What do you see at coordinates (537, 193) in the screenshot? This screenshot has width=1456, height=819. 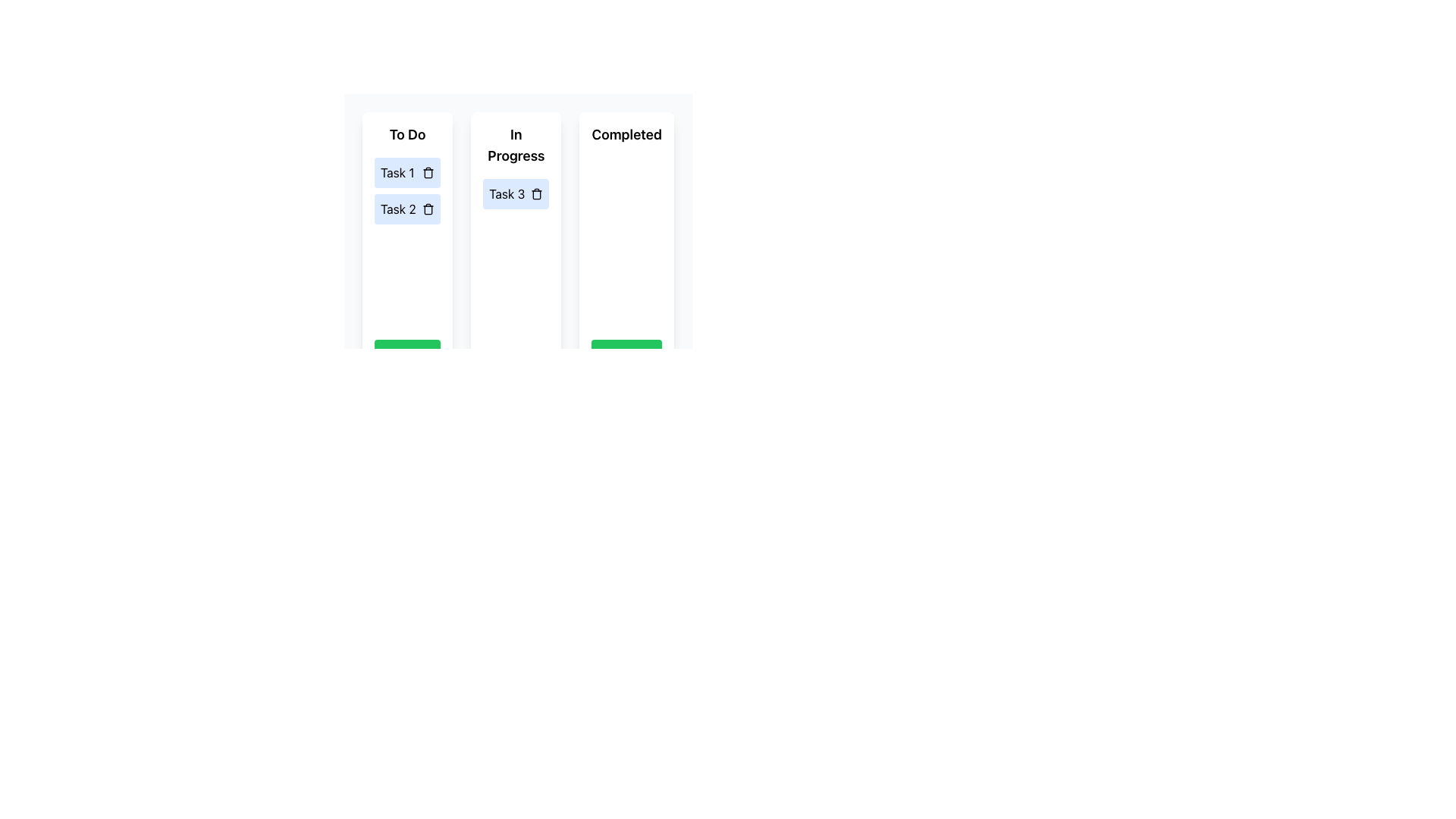 I see `the delete action icon located to the right of 'Task 3' in the 'In Progress' column` at bounding box center [537, 193].